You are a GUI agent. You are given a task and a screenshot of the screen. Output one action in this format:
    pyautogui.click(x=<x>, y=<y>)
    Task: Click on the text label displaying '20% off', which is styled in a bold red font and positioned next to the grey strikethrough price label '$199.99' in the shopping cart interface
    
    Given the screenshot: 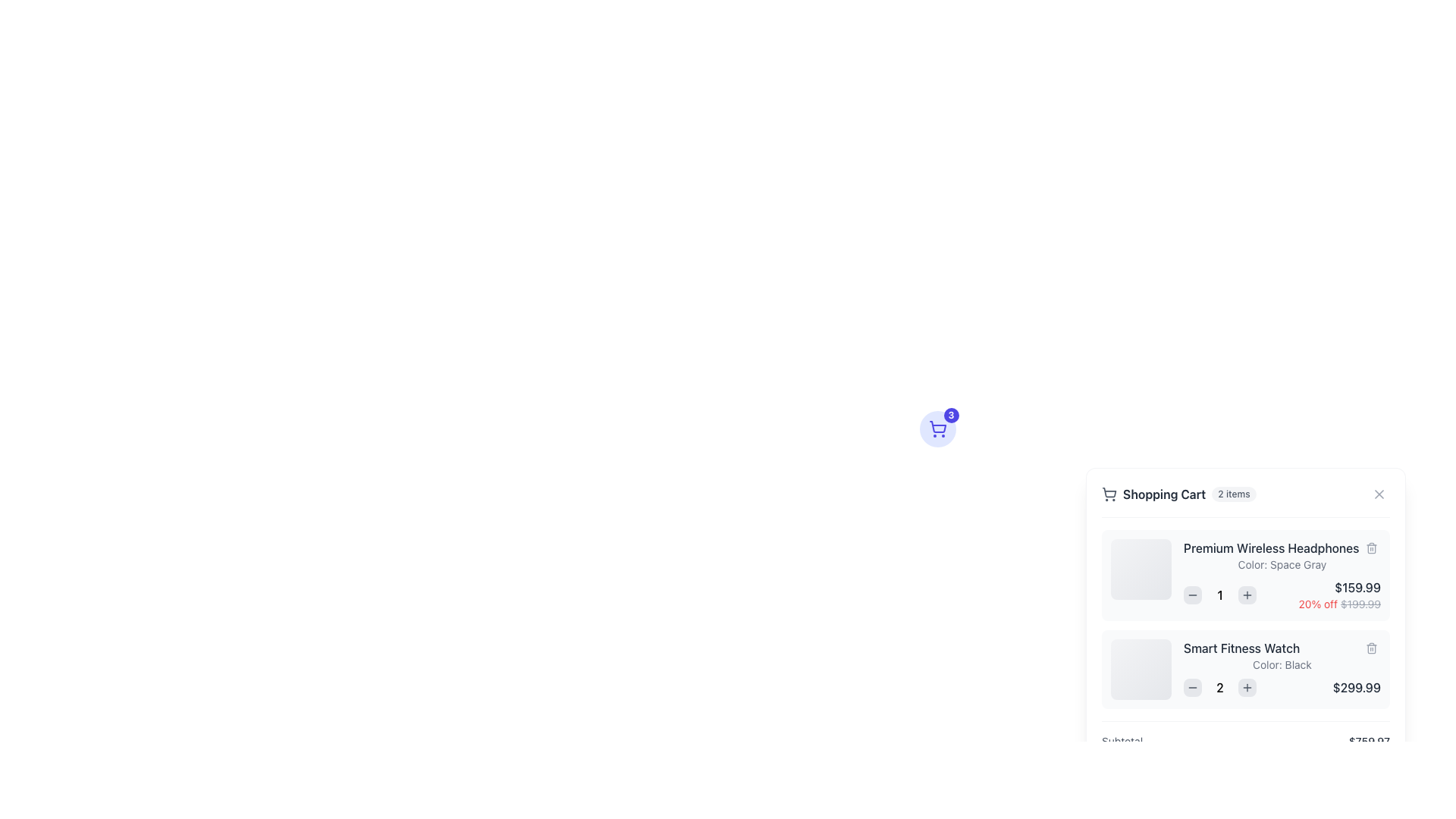 What is the action you would take?
    pyautogui.click(x=1317, y=603)
    